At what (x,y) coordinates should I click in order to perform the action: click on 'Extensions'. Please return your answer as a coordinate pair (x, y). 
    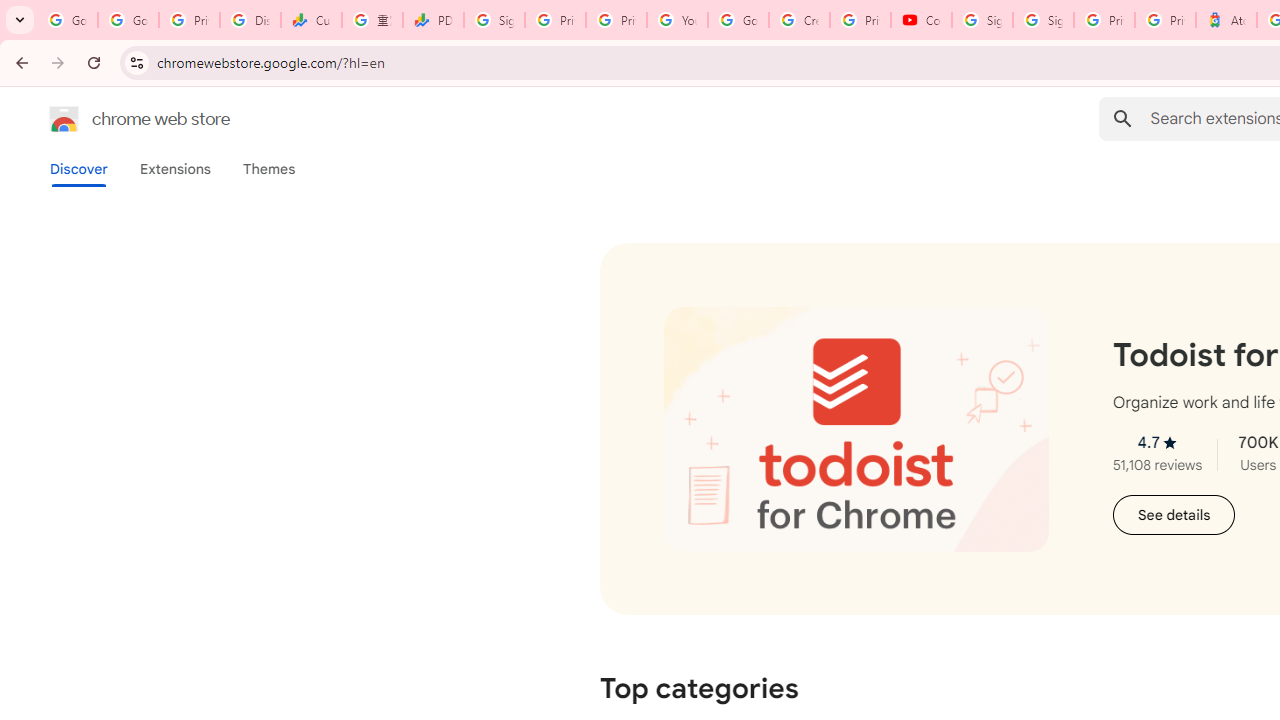
    Looking at the image, I should click on (174, 168).